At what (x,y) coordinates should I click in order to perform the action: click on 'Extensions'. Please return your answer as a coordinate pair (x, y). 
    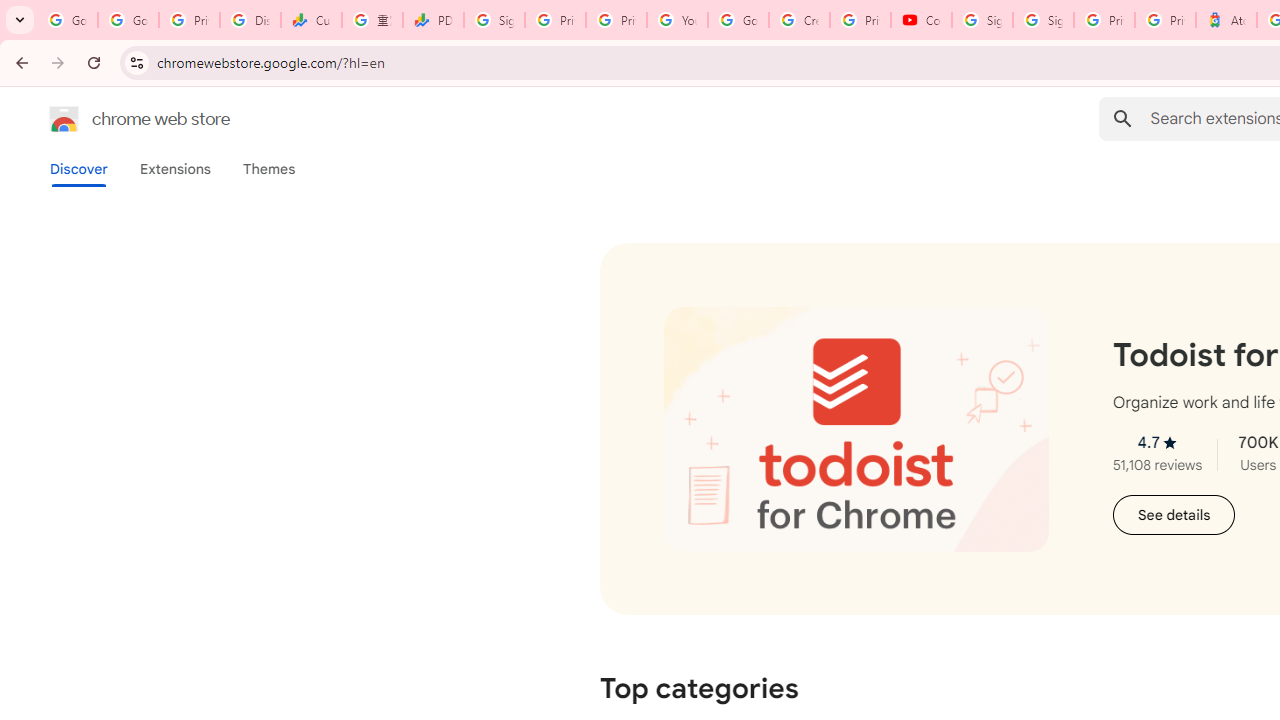
    Looking at the image, I should click on (174, 168).